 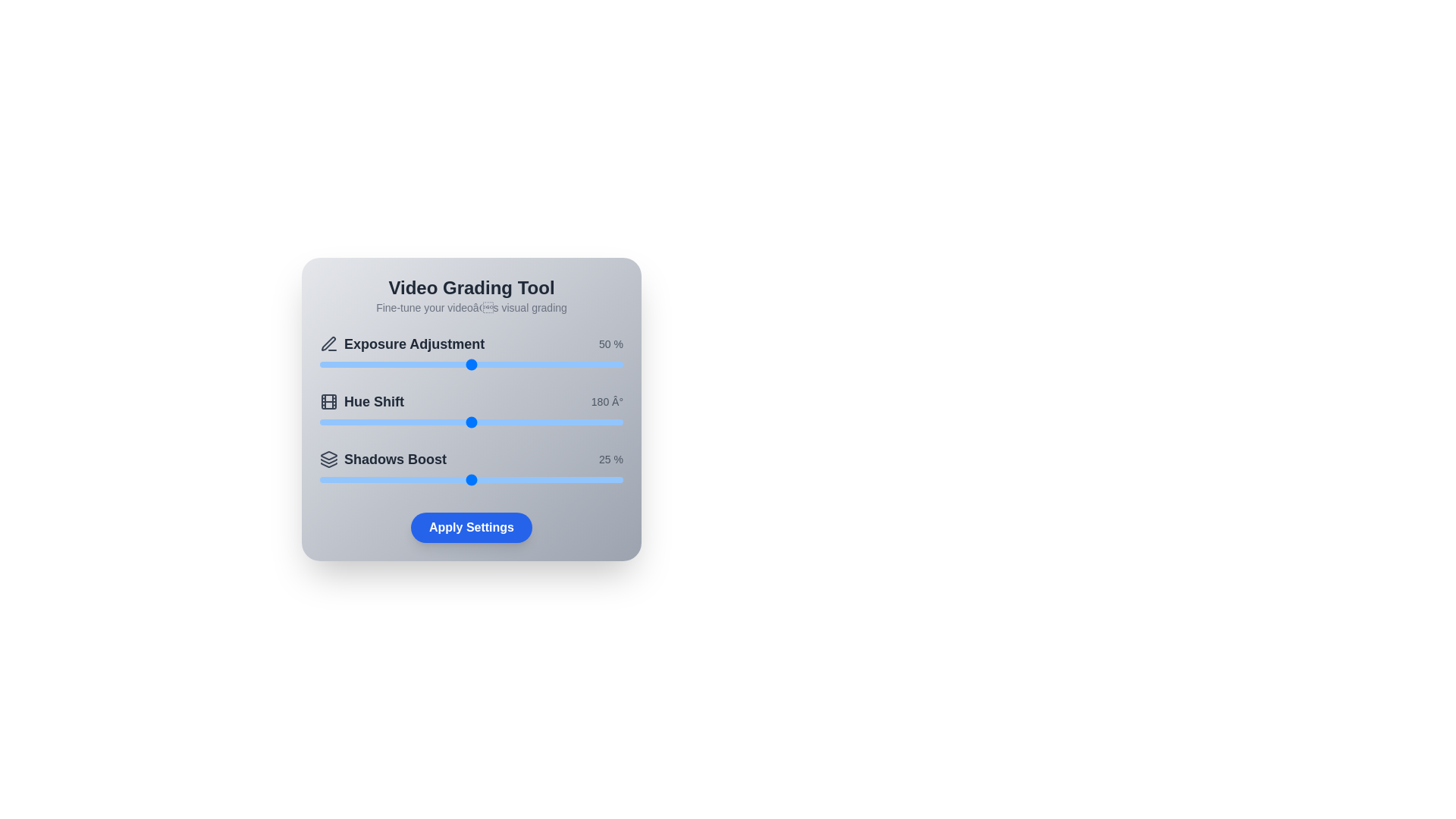 What do you see at coordinates (395, 458) in the screenshot?
I see `the 'Shadows Boost' text label, which is styled in a bold, dark gray font and located below the 'Hue Shift' label in the 'Video Grading Tool' interface` at bounding box center [395, 458].